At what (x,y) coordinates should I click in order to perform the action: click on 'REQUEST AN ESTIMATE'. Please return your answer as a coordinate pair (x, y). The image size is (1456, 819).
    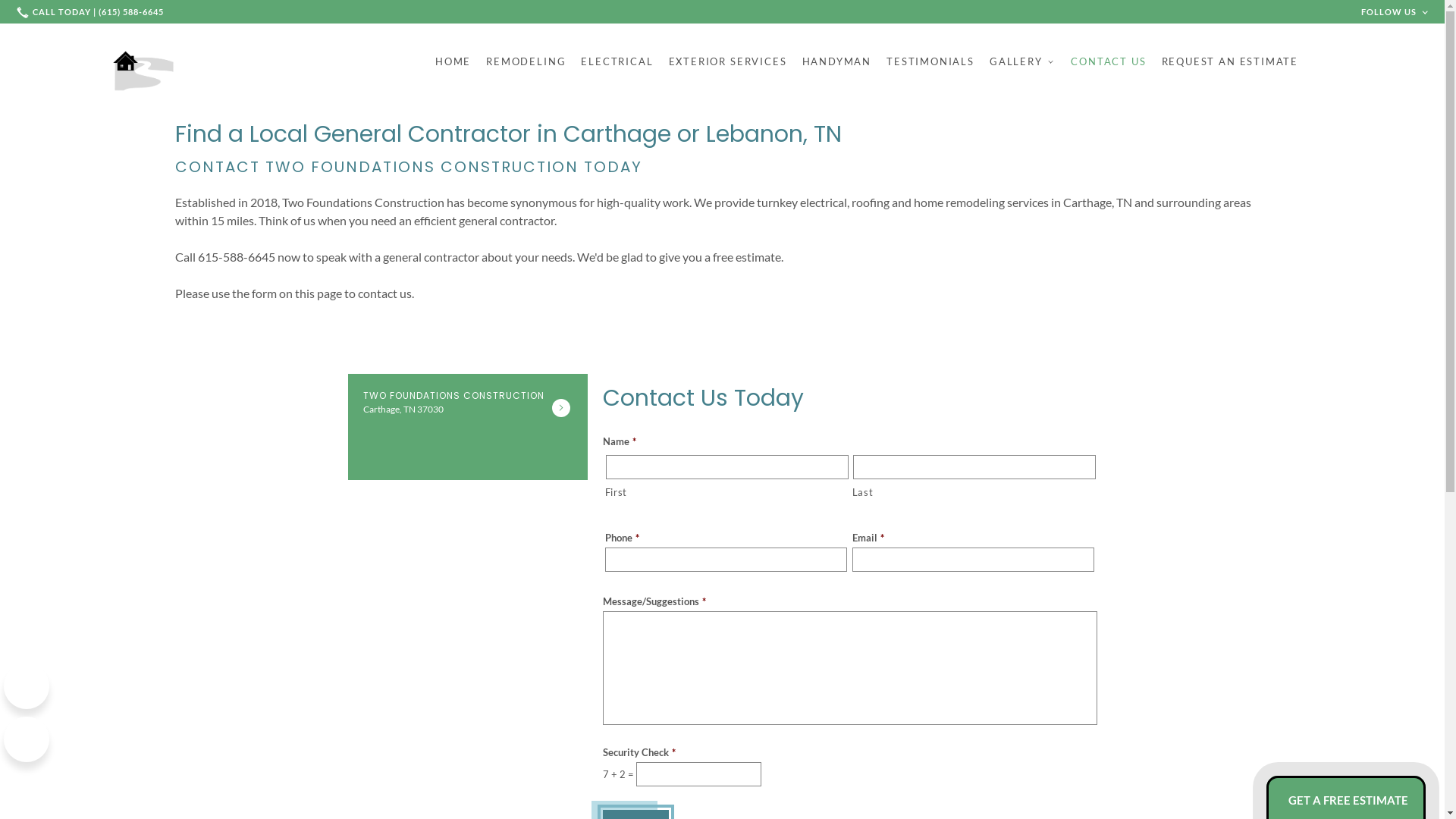
    Looking at the image, I should click on (1230, 61).